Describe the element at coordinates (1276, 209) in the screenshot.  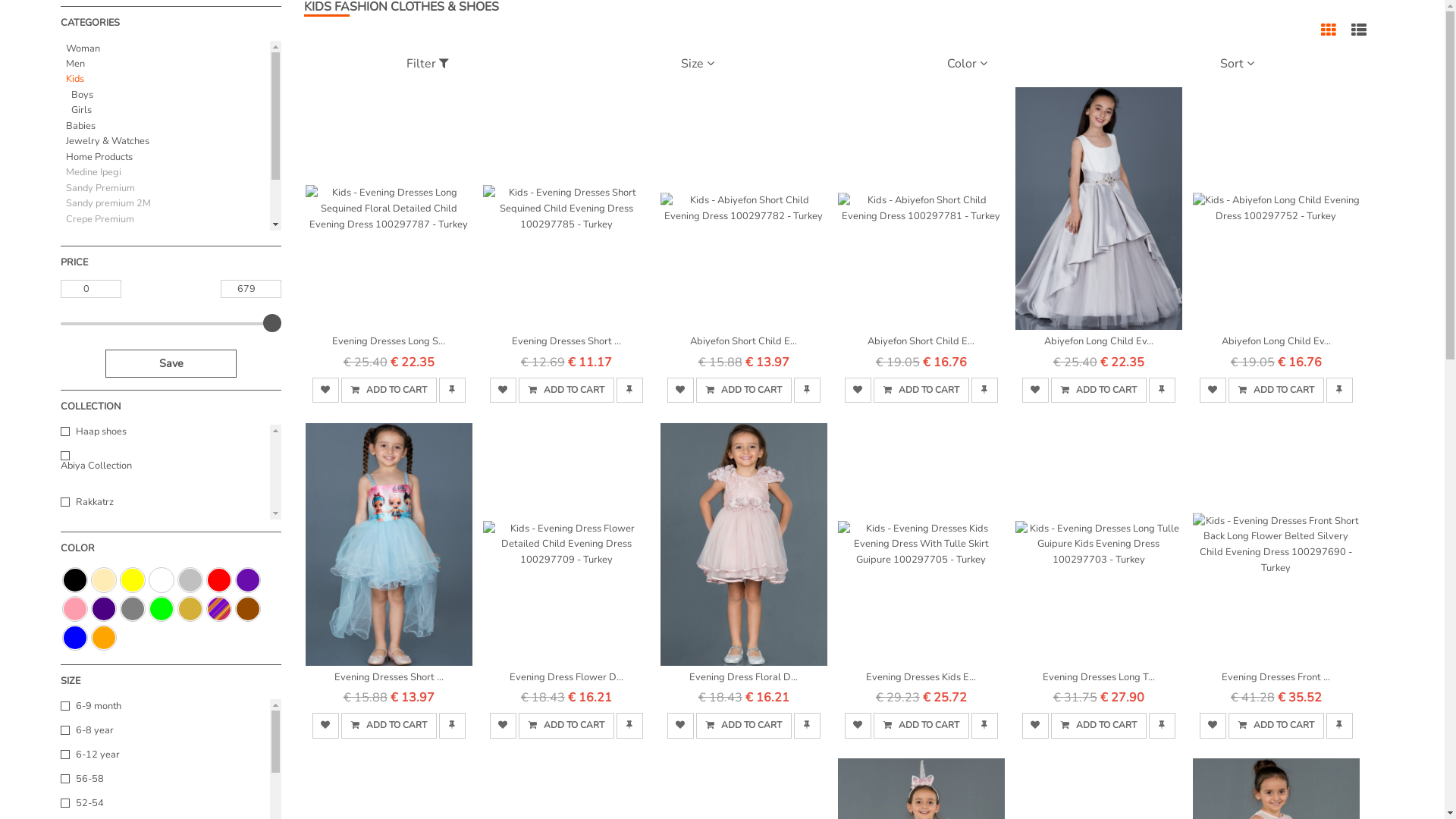
I see `'Kids - Abiyefon Long Child Evening Dress 100297752 - Turkey'` at that location.